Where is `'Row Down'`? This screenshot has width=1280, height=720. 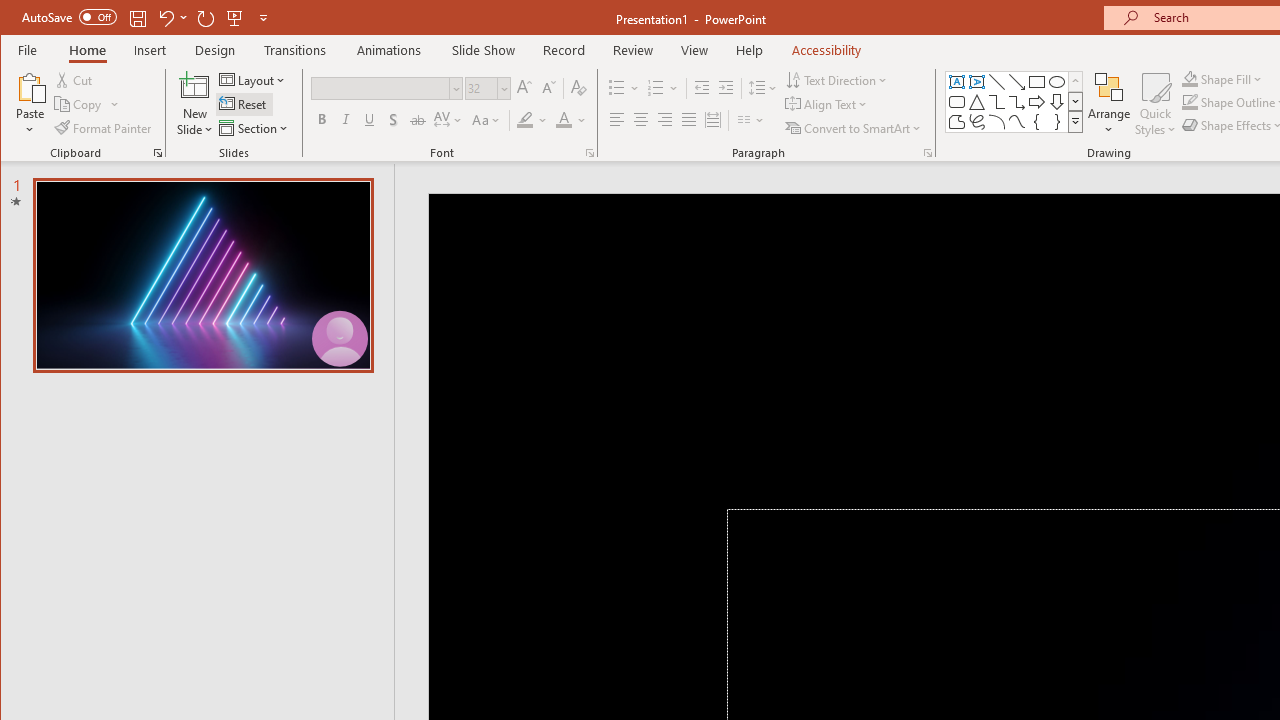 'Row Down' is located at coordinates (1074, 101).